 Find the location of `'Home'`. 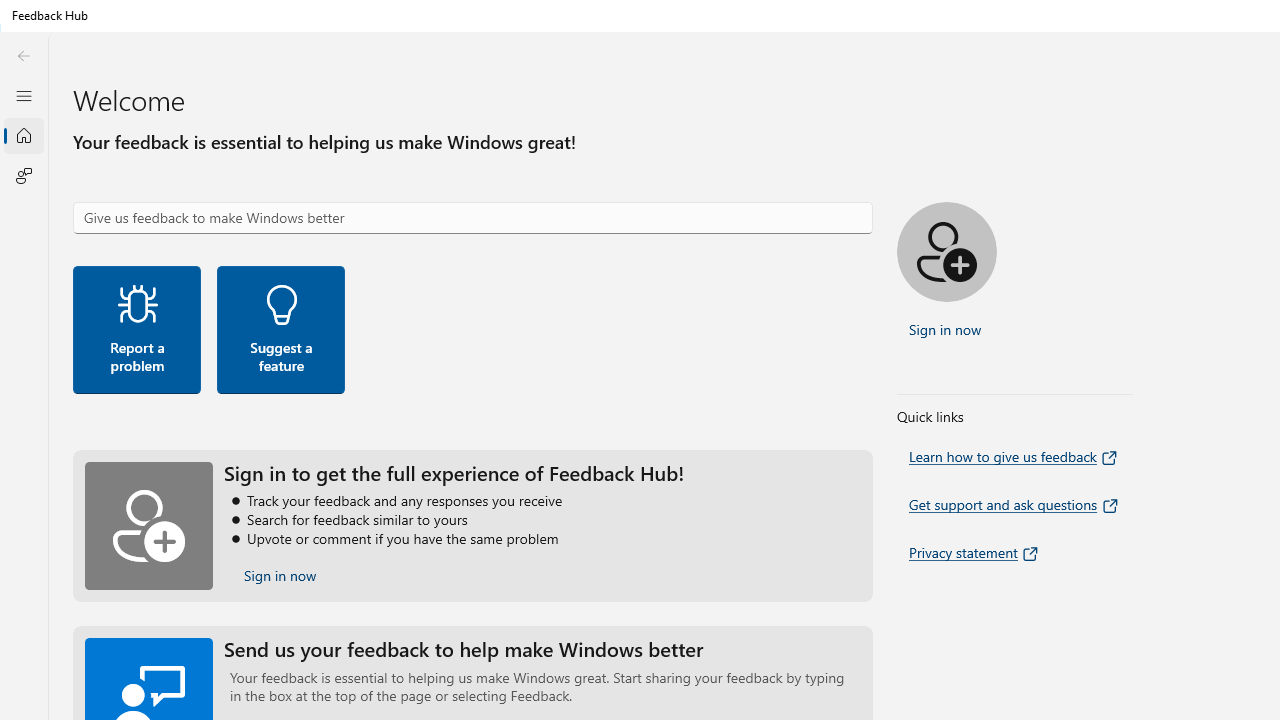

'Home' is located at coordinates (23, 135).